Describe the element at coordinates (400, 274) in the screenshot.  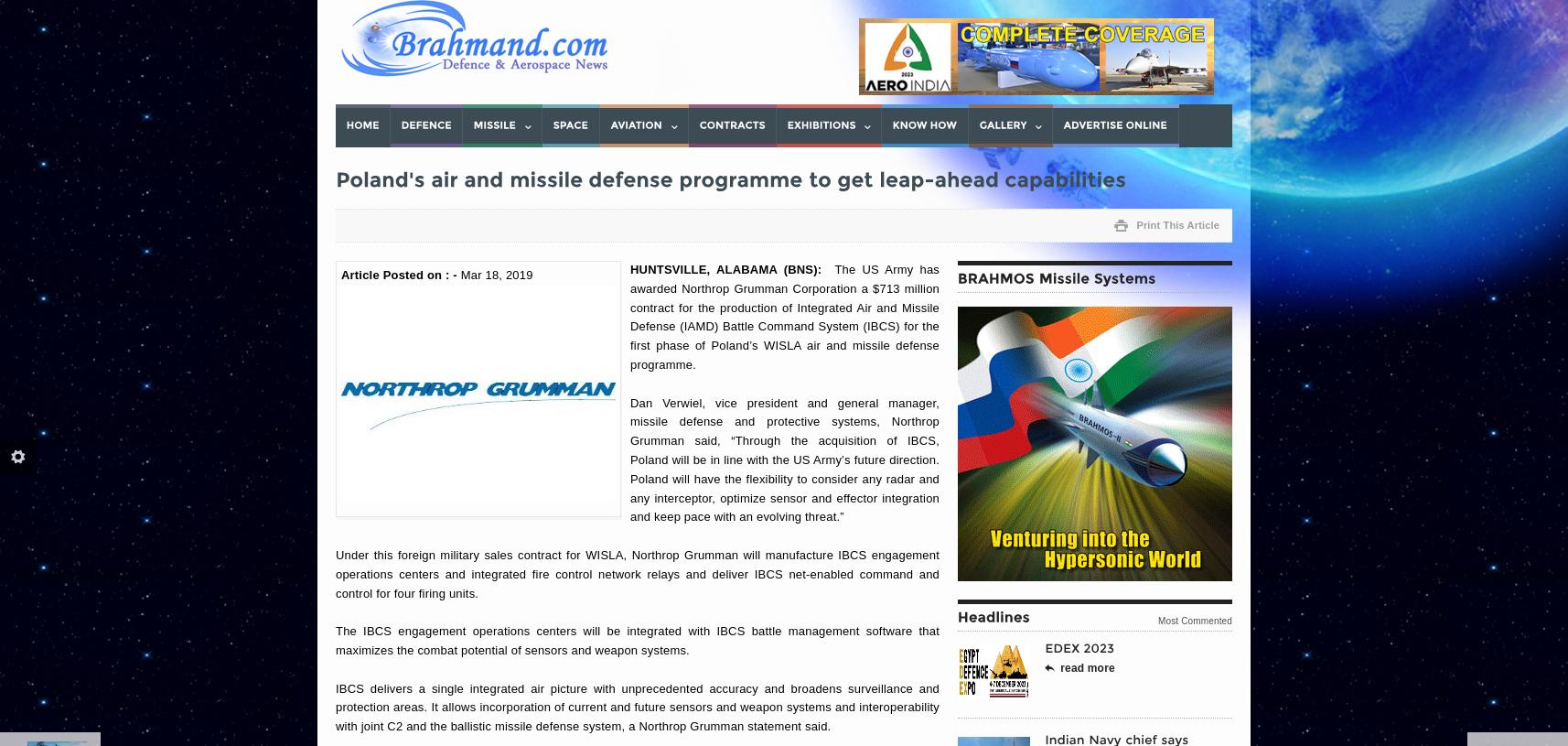
I see `'Article Posted on : -'` at that location.